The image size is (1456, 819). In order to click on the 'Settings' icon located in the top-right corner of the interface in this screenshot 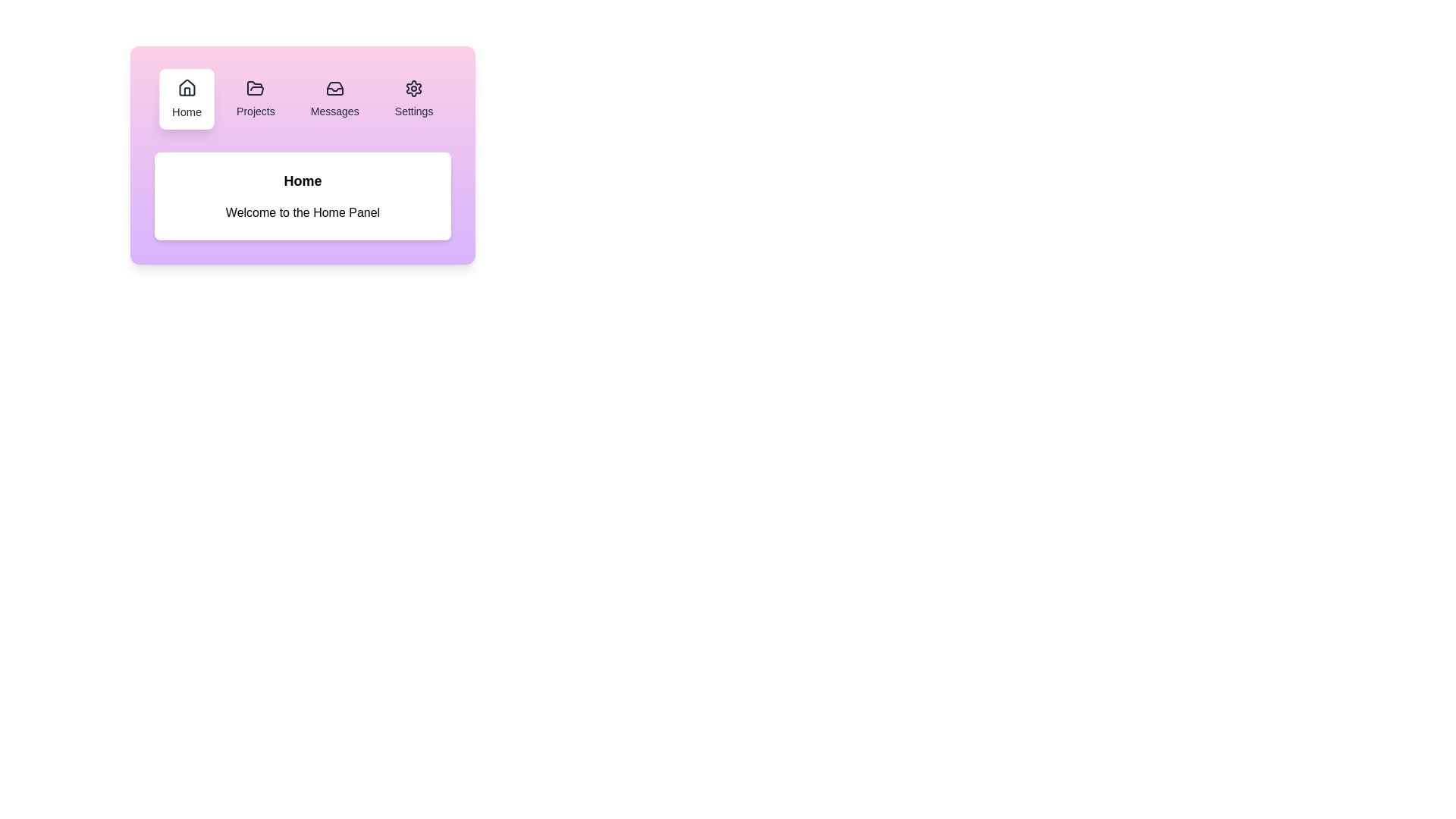, I will do `click(414, 88)`.